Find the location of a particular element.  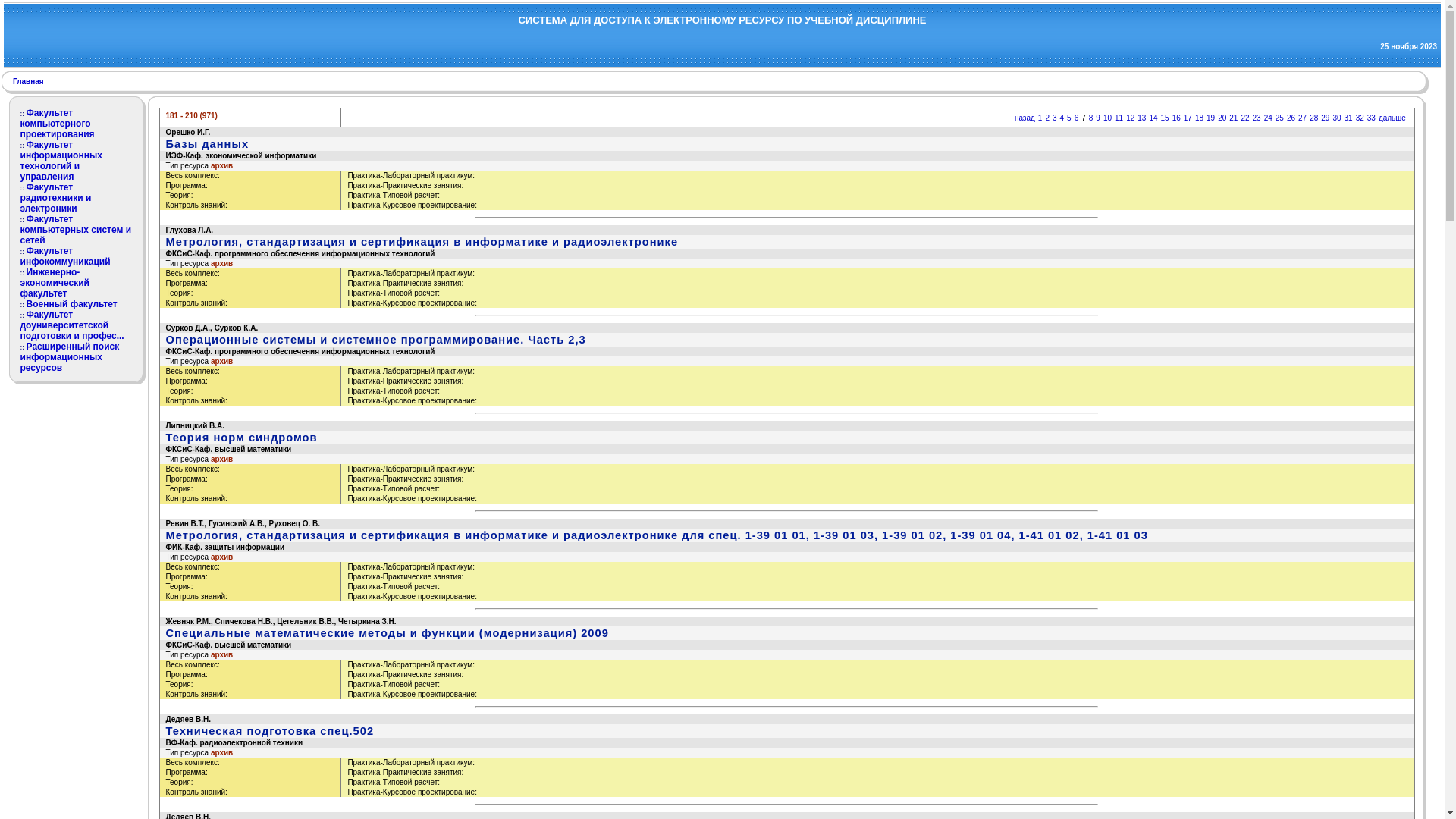

'24' is located at coordinates (1263, 117).